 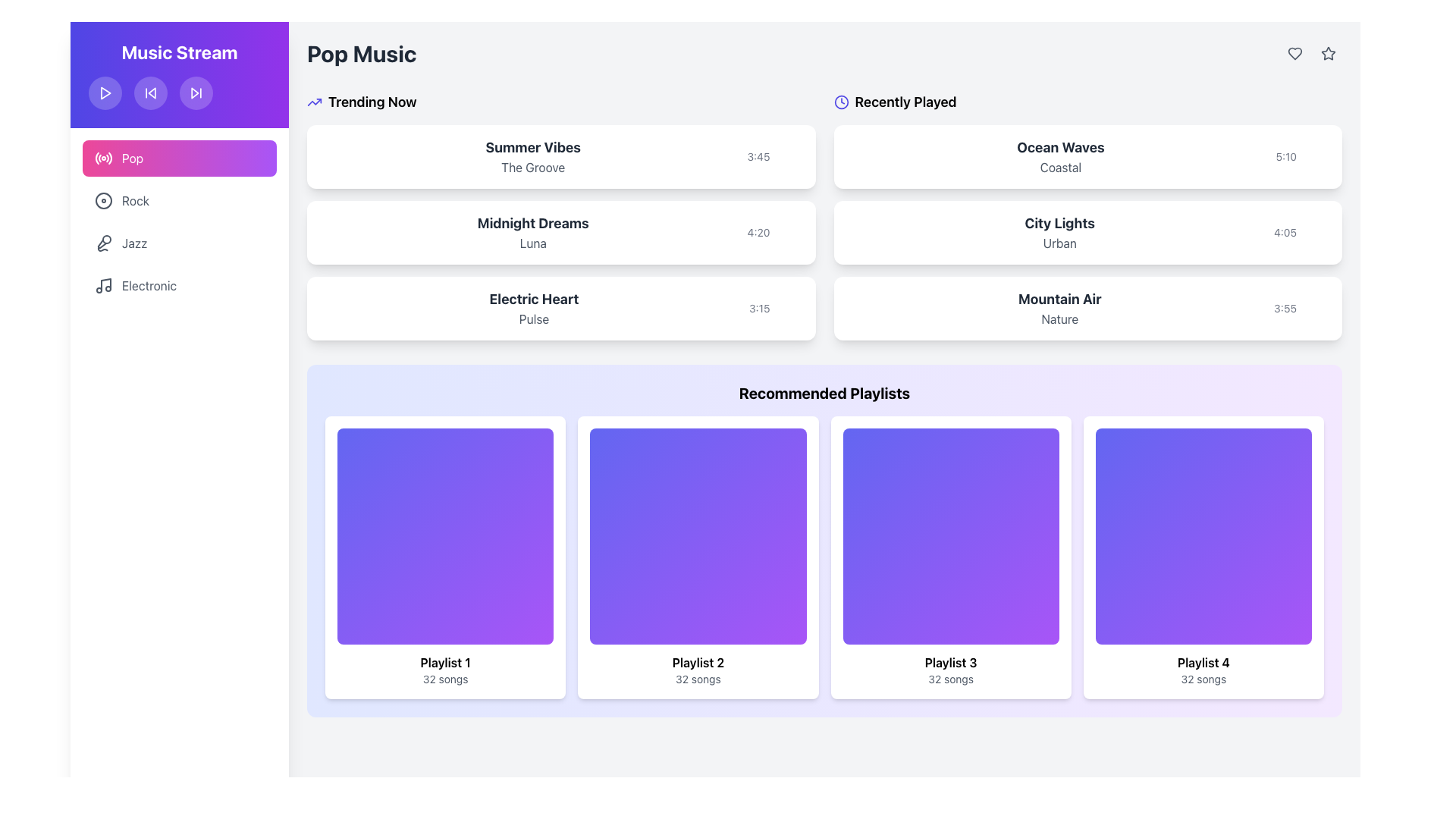 I want to click on the play button located at the upper section of the sidebar, so click(x=105, y=93).